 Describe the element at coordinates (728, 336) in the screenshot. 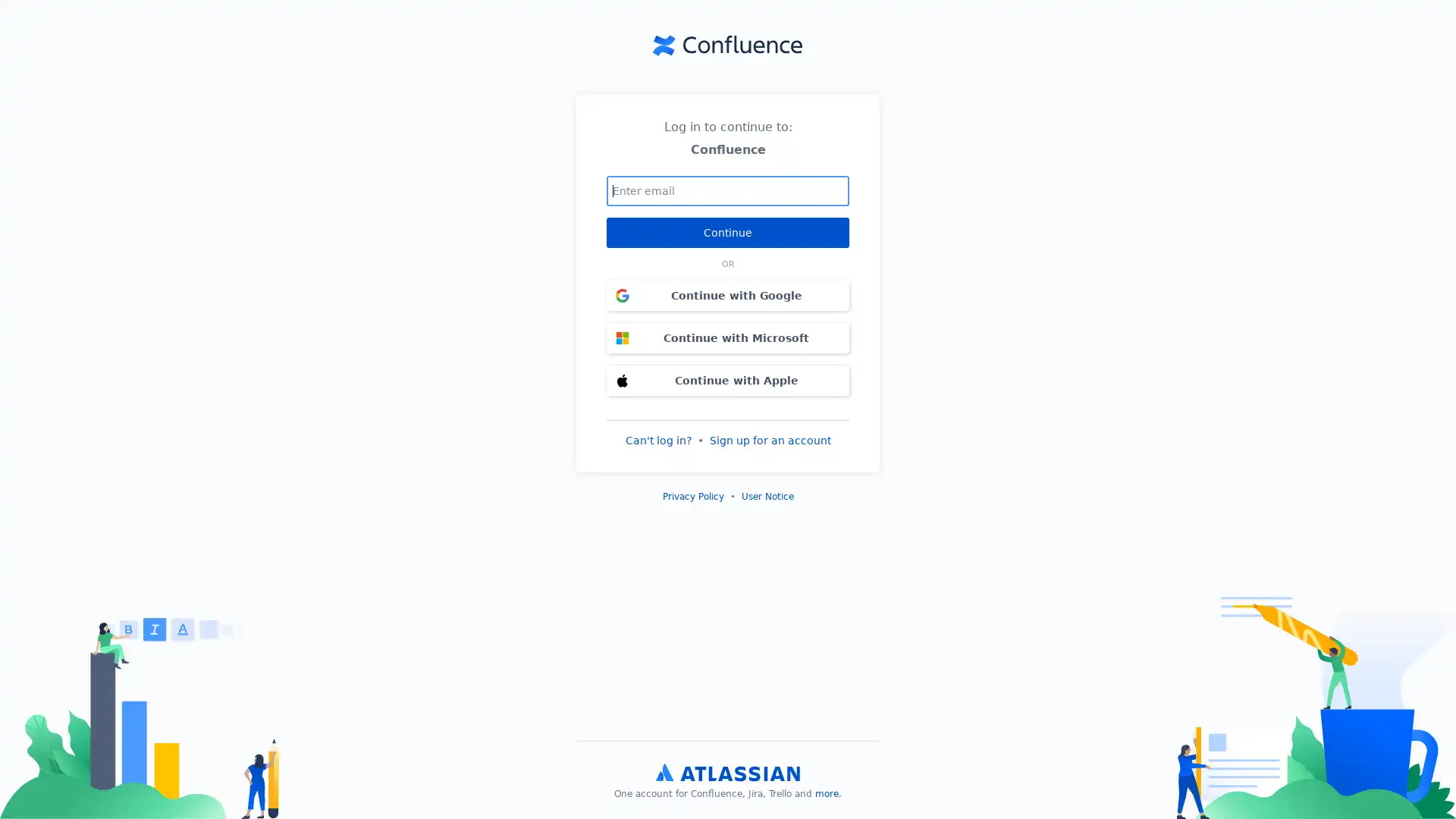

I see `Continue with Microsoft` at that location.